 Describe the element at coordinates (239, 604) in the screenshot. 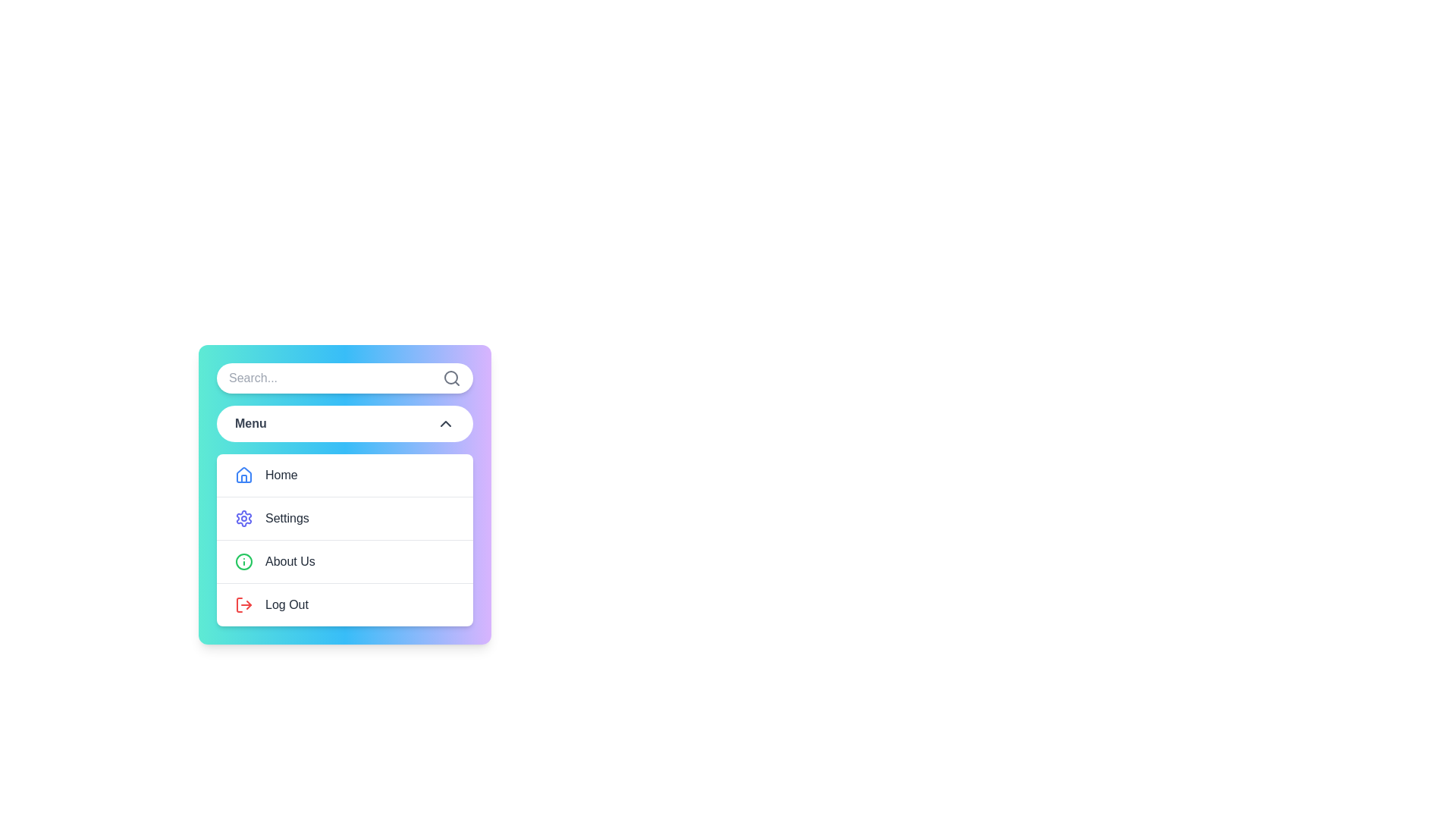

I see `the log-out icon associated with the 'Log Out' menu item located at the bottom of the menu, which visually complements the 'Log Out' label` at that location.